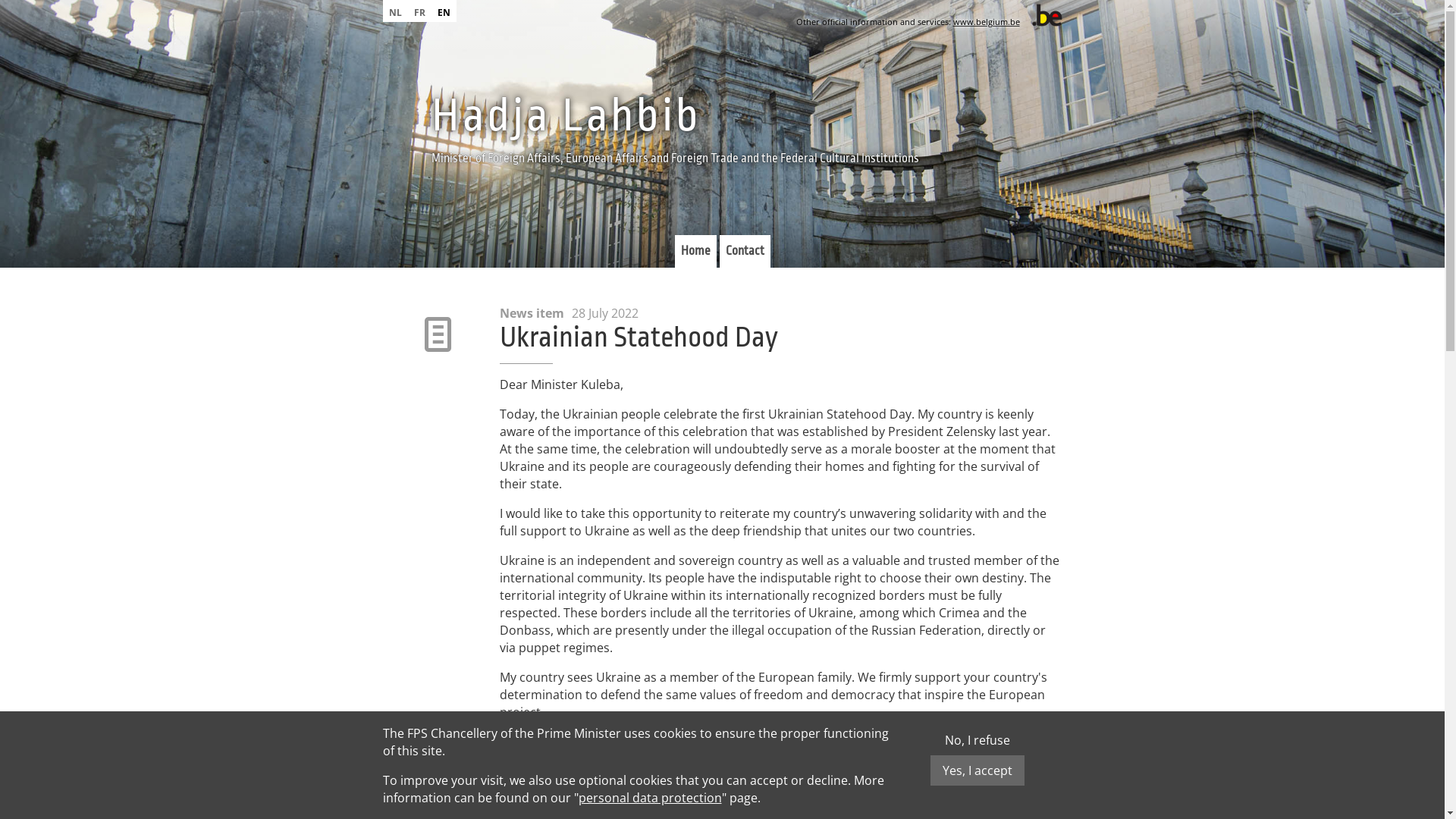 This screenshot has width=1456, height=819. Describe the element at coordinates (986, 21) in the screenshot. I see `'www.belgium.be'` at that location.